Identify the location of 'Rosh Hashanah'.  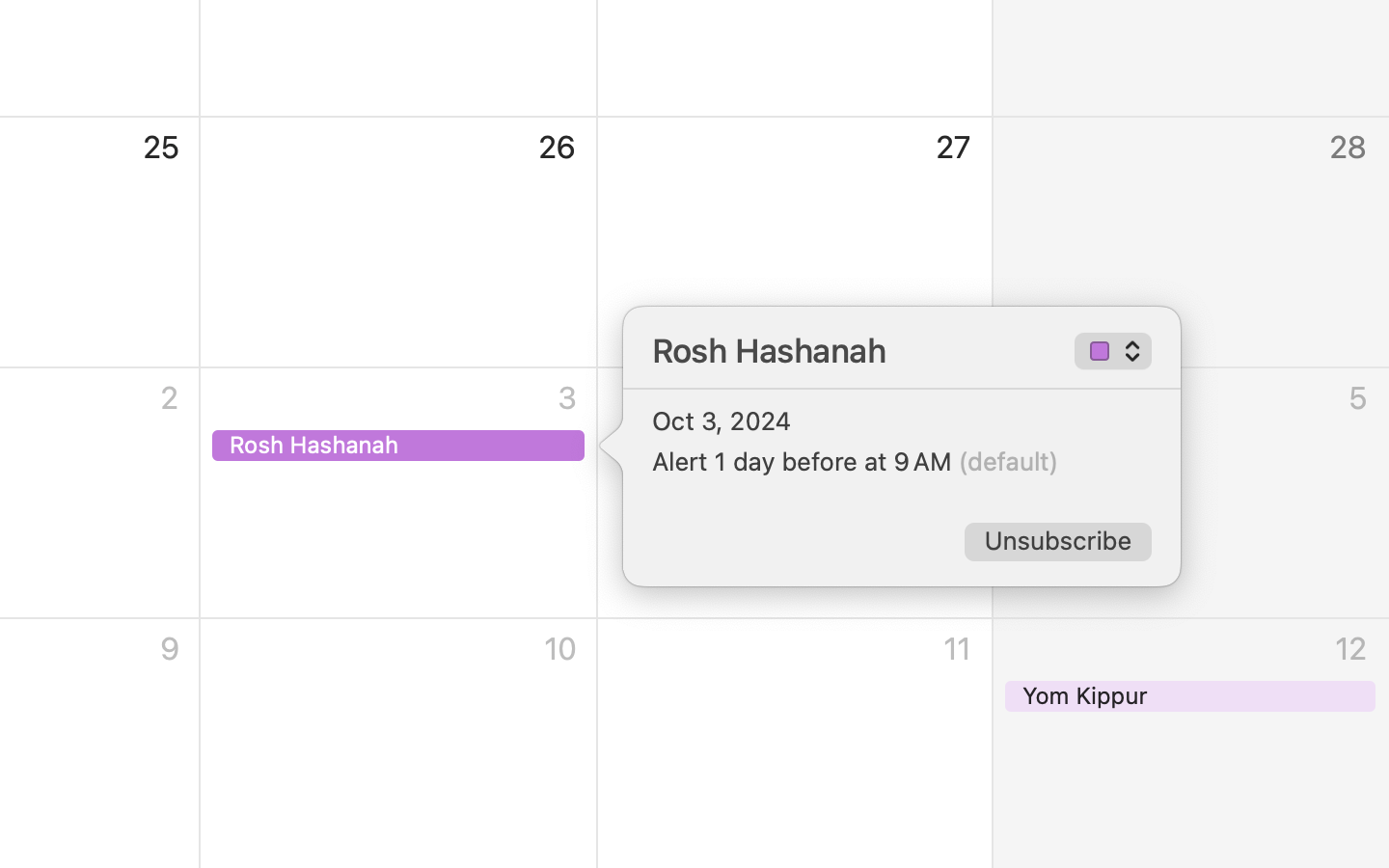
(858, 350).